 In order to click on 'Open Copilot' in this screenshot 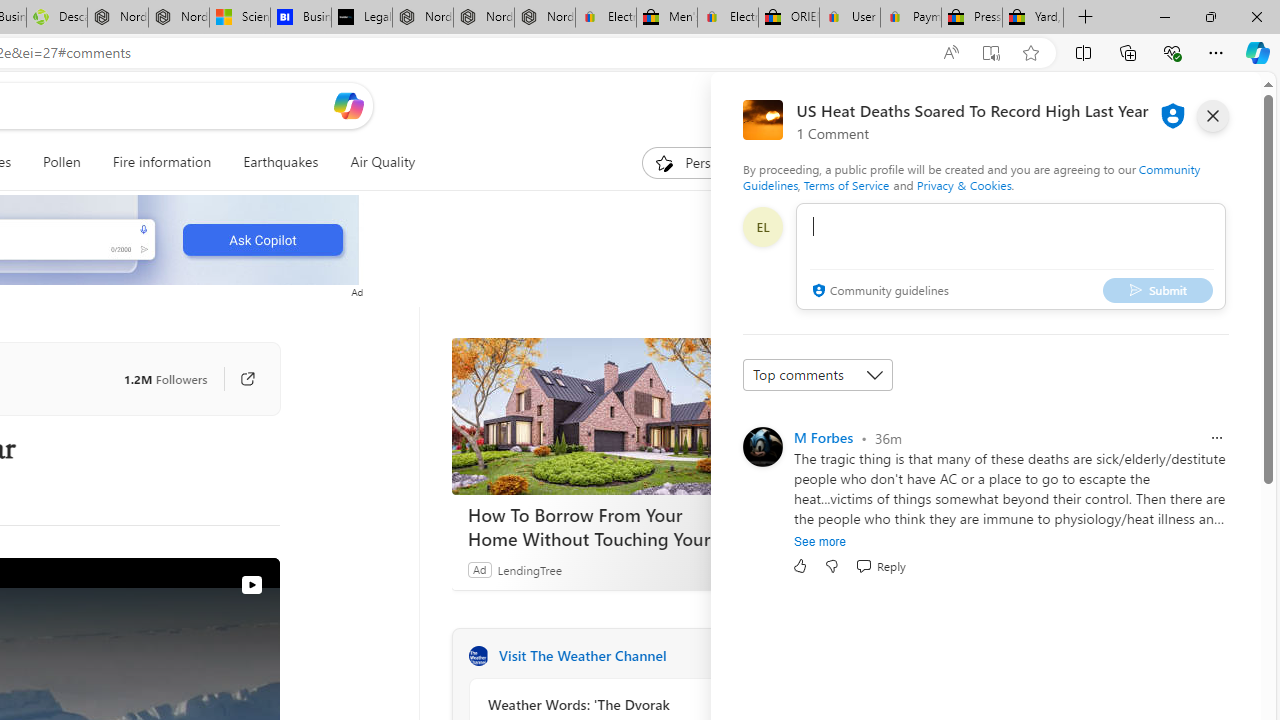, I will do `click(348, 105)`.